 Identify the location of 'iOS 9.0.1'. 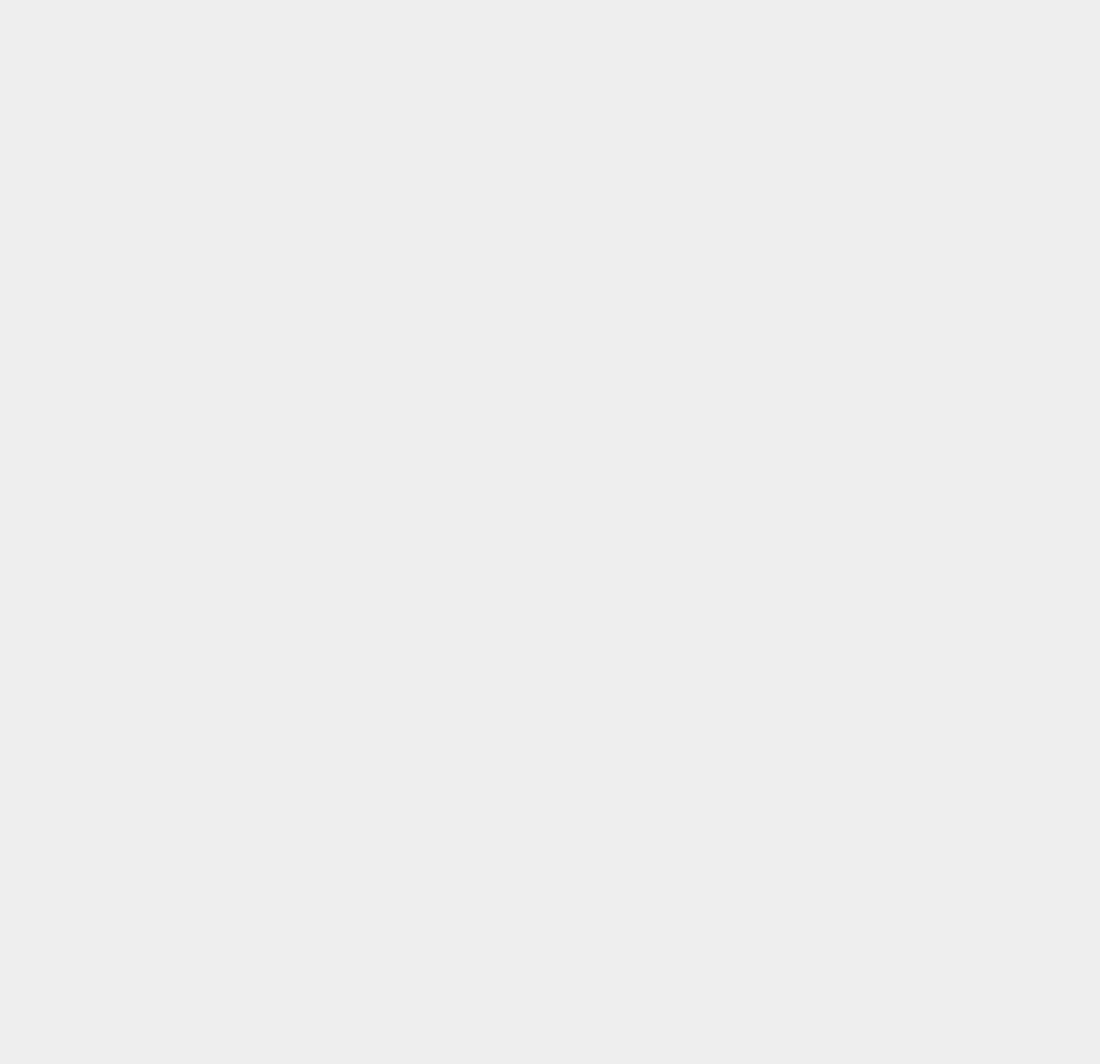
(778, 35).